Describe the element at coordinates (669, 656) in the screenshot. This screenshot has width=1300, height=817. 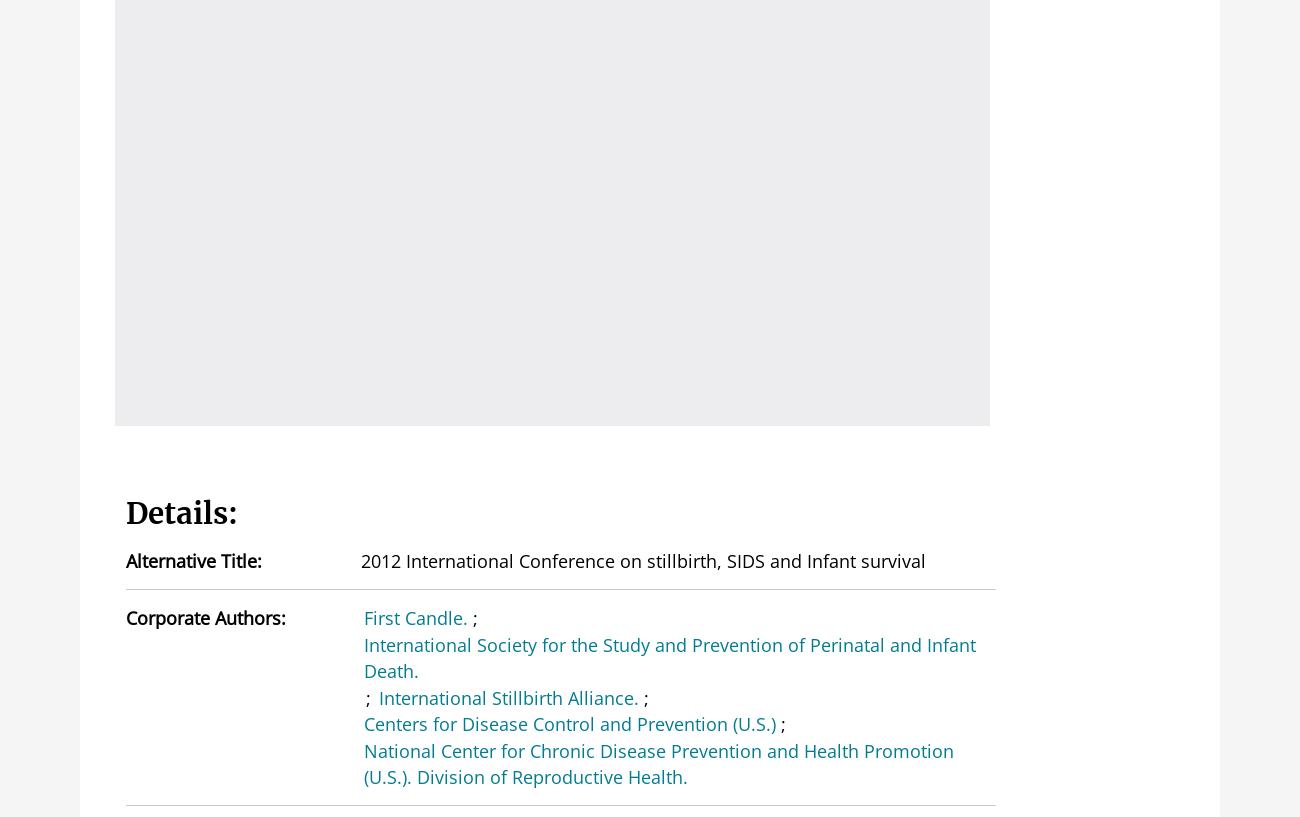
I see `'International Society for the Study and Prevention of Perinatal and Infant Death.'` at that location.